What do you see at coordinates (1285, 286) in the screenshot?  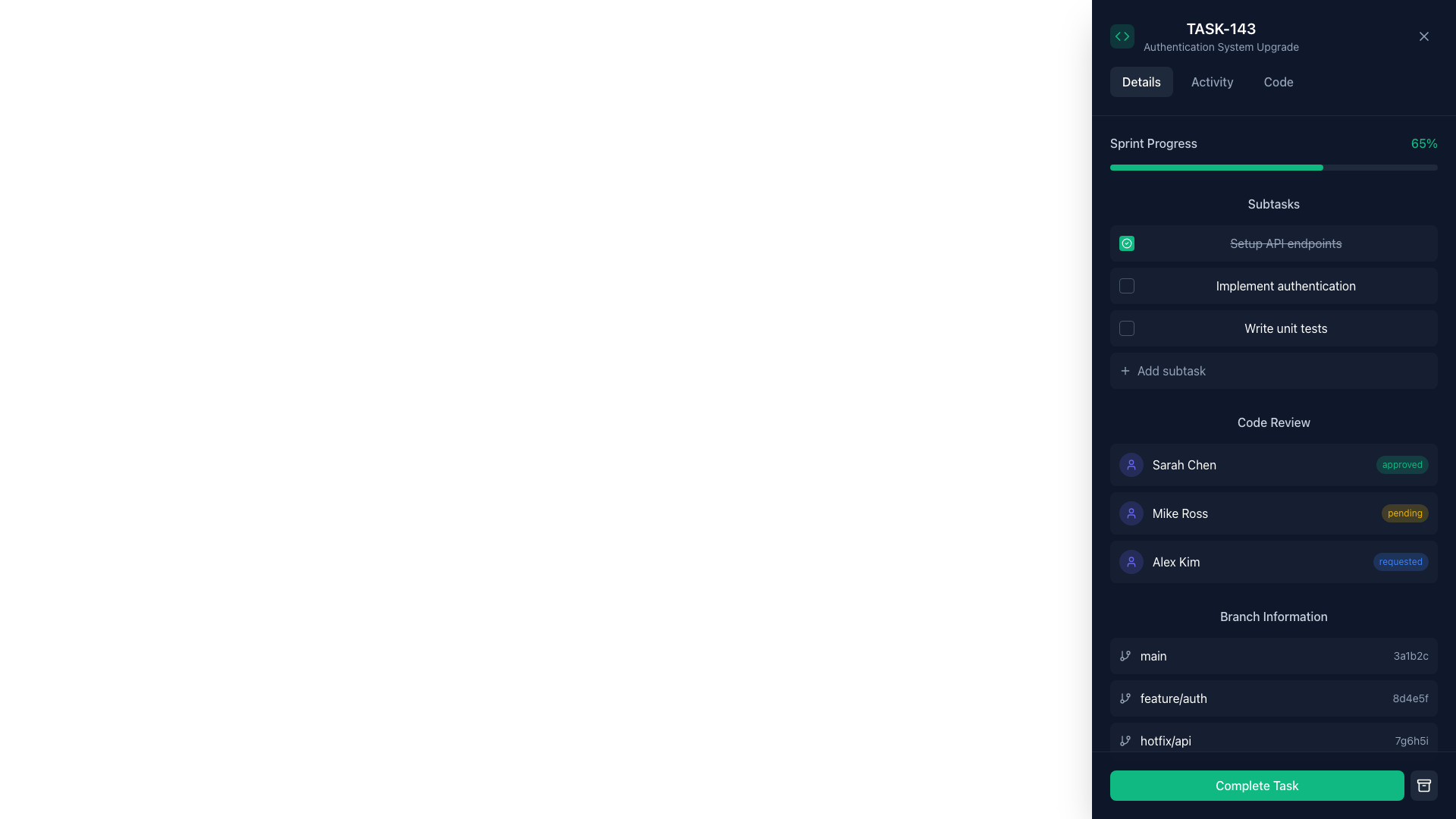 I see `the Text Label that describes the subtask 'Implement authentication', which is located between the tasks 'Setup API endpoints' and 'Write unit tests'` at bounding box center [1285, 286].